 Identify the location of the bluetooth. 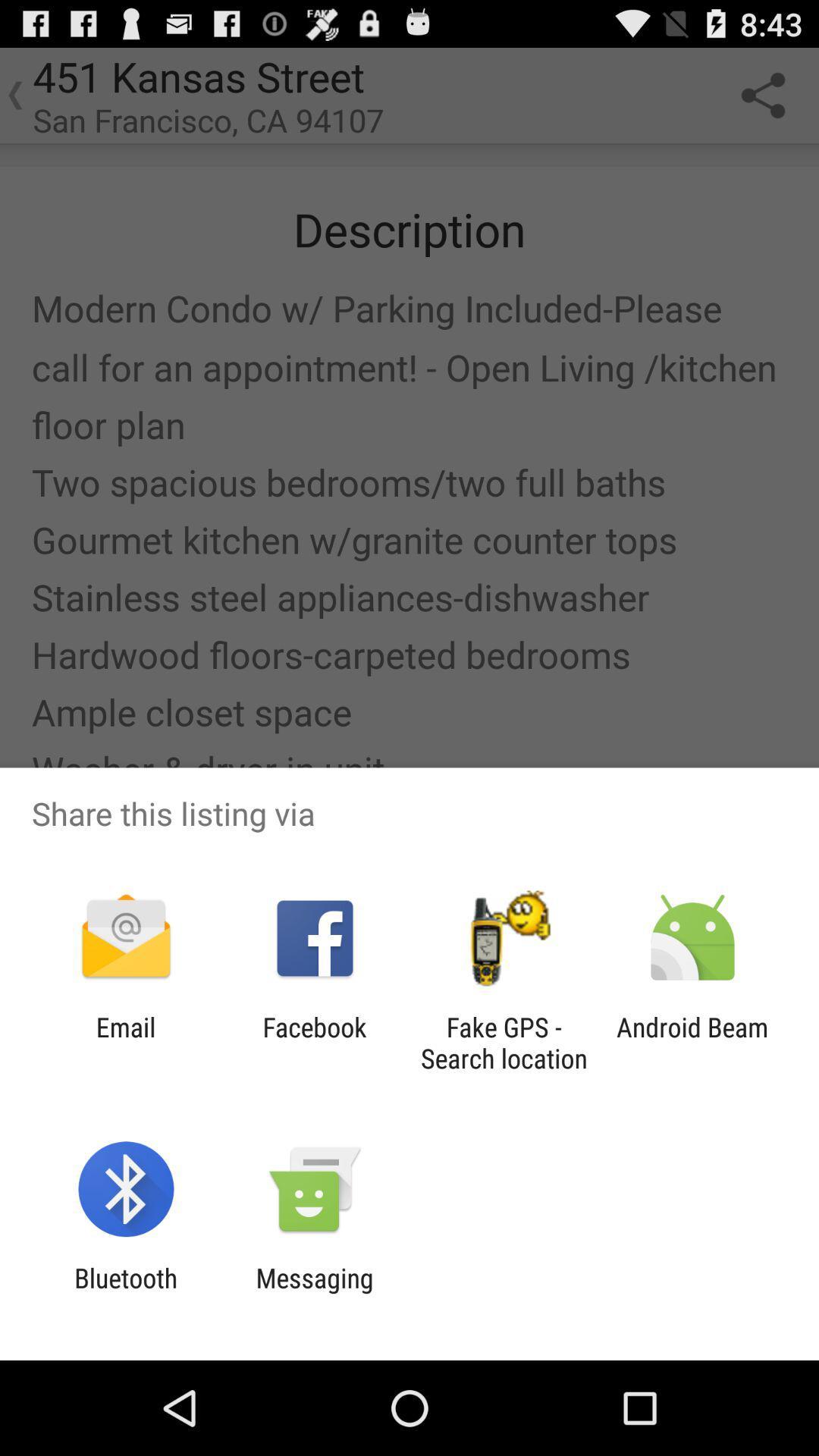
(125, 1293).